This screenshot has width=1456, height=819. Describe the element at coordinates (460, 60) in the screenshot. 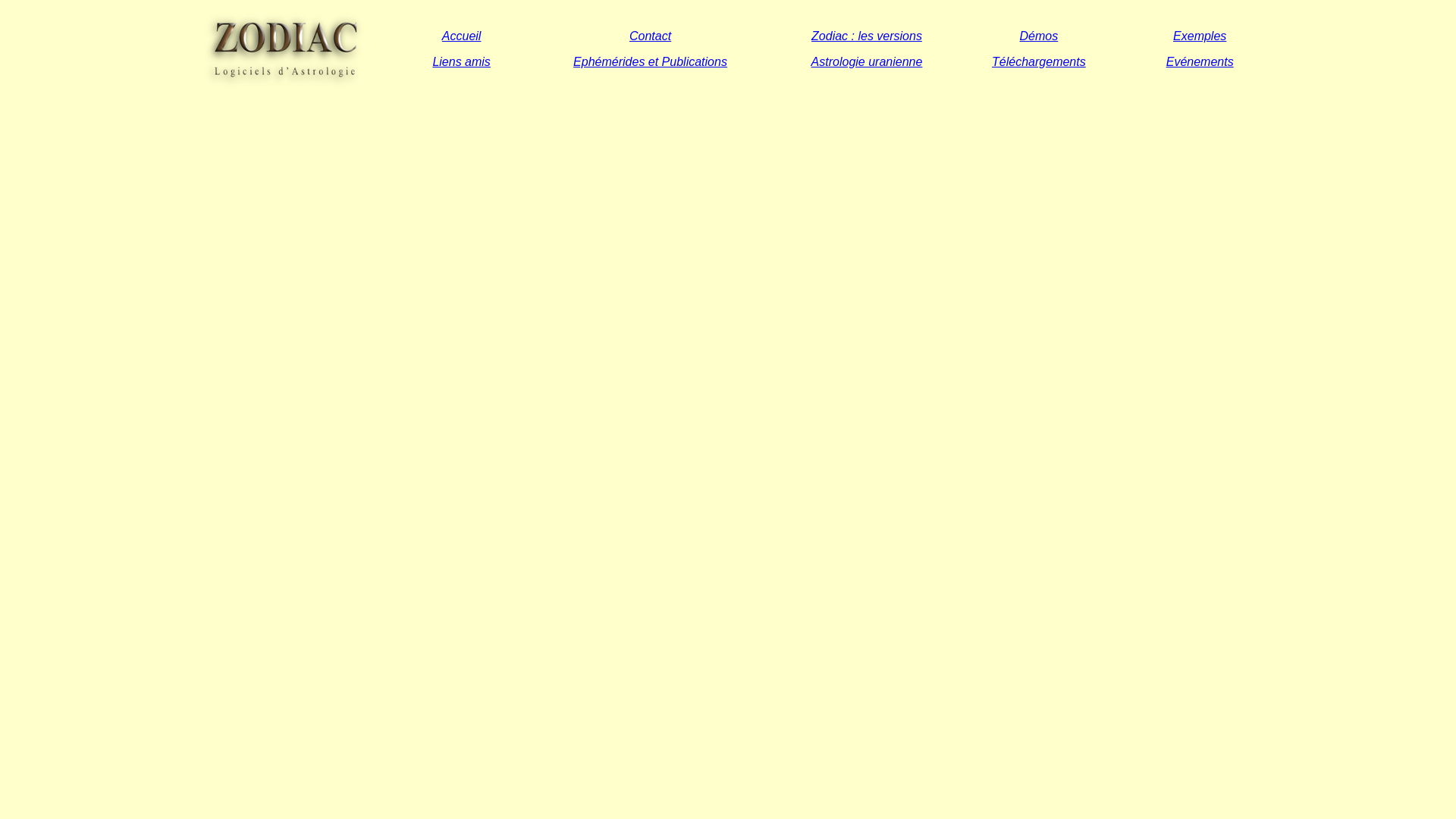

I see `'Liens amis'` at that location.